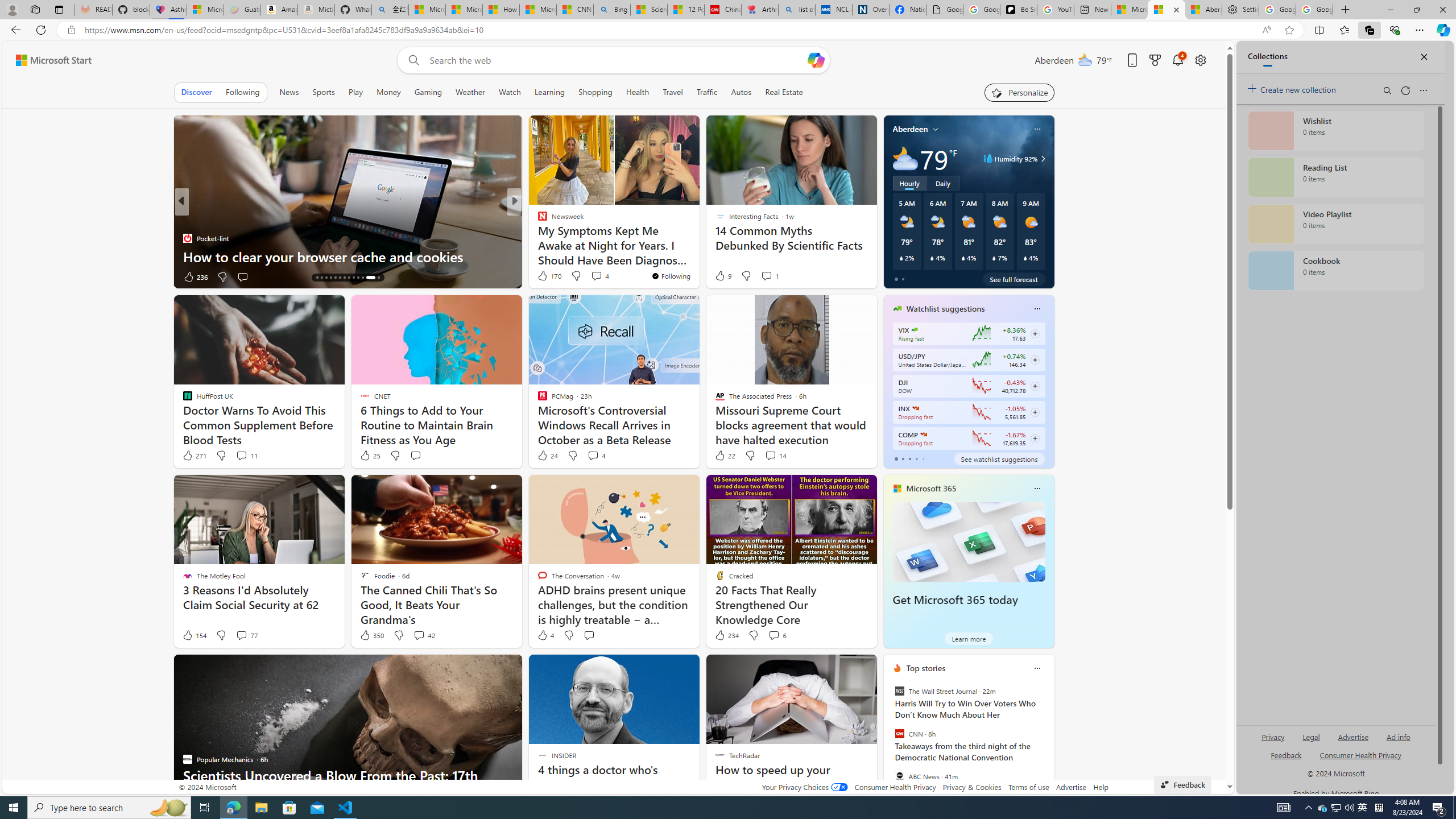  I want to click on 'Discover', so click(196, 92).